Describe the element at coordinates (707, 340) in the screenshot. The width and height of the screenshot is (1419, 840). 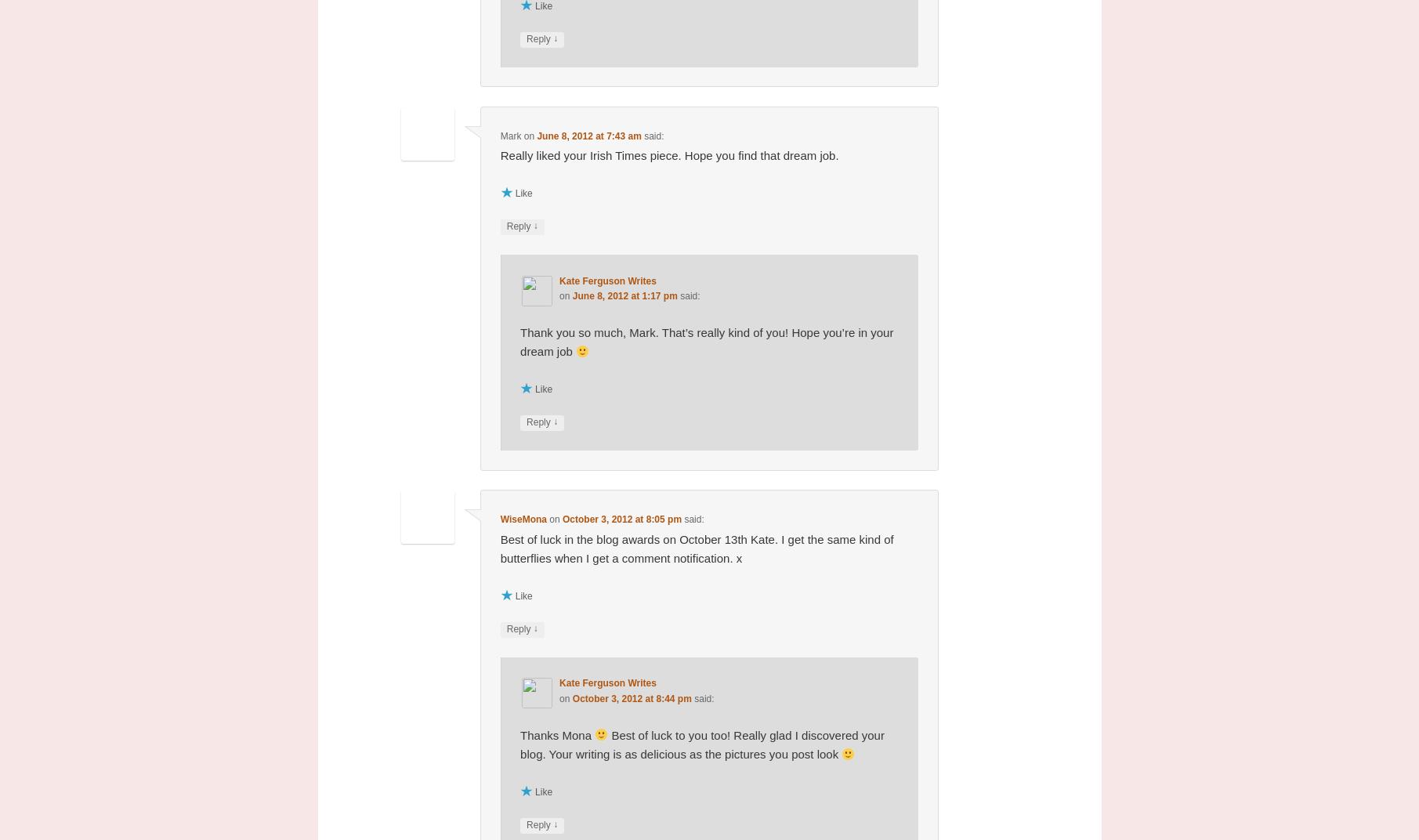
I see `'Thank you so much, Mark. That’s really kind of you! Hope you’re in your dream job'` at that location.